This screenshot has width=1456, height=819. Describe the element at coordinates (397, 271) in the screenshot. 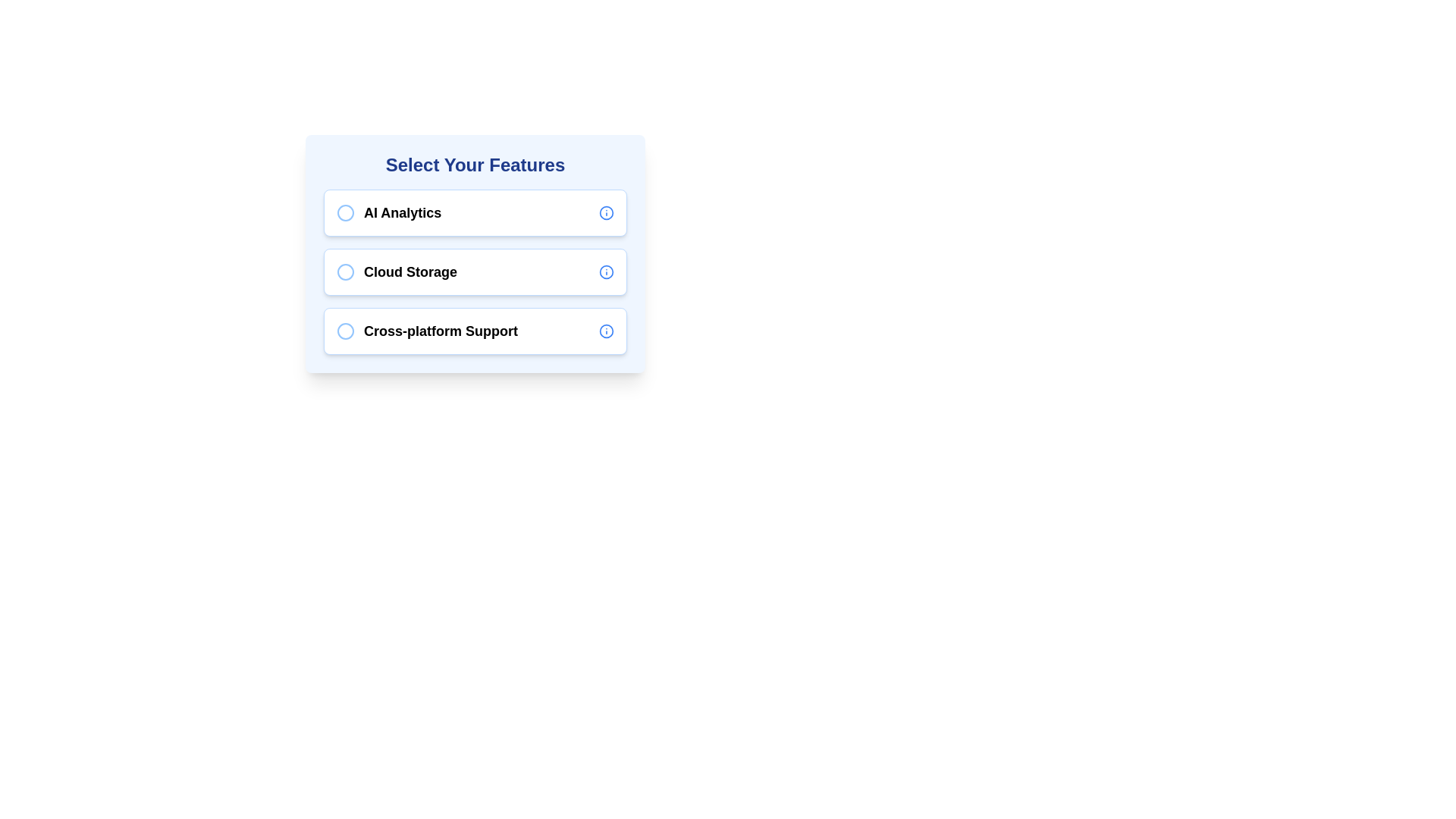

I see `the 'Cloud Storage' text label` at that location.